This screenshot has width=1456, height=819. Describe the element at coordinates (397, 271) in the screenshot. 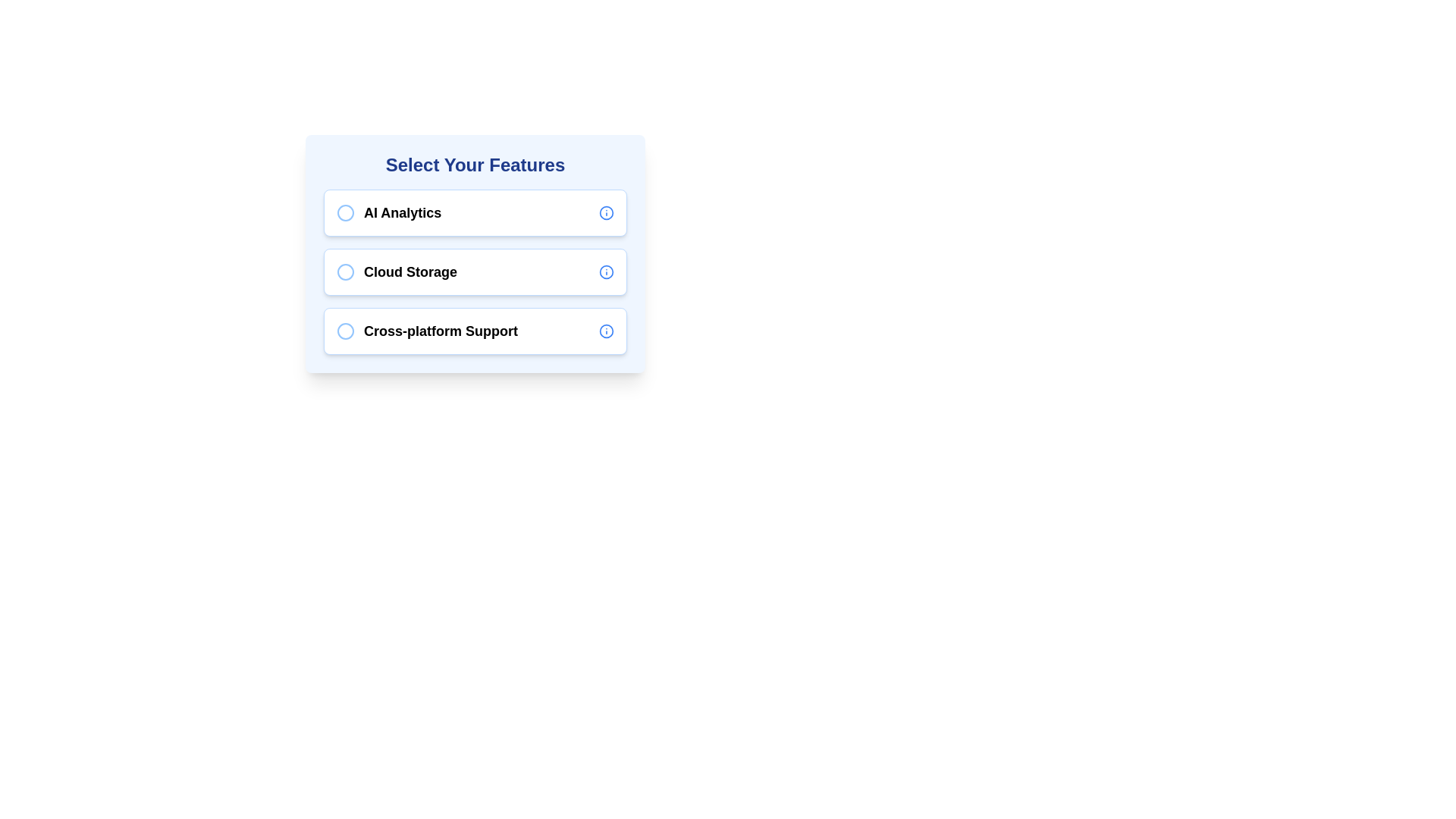

I see `the 'Cloud Storage' text label` at that location.